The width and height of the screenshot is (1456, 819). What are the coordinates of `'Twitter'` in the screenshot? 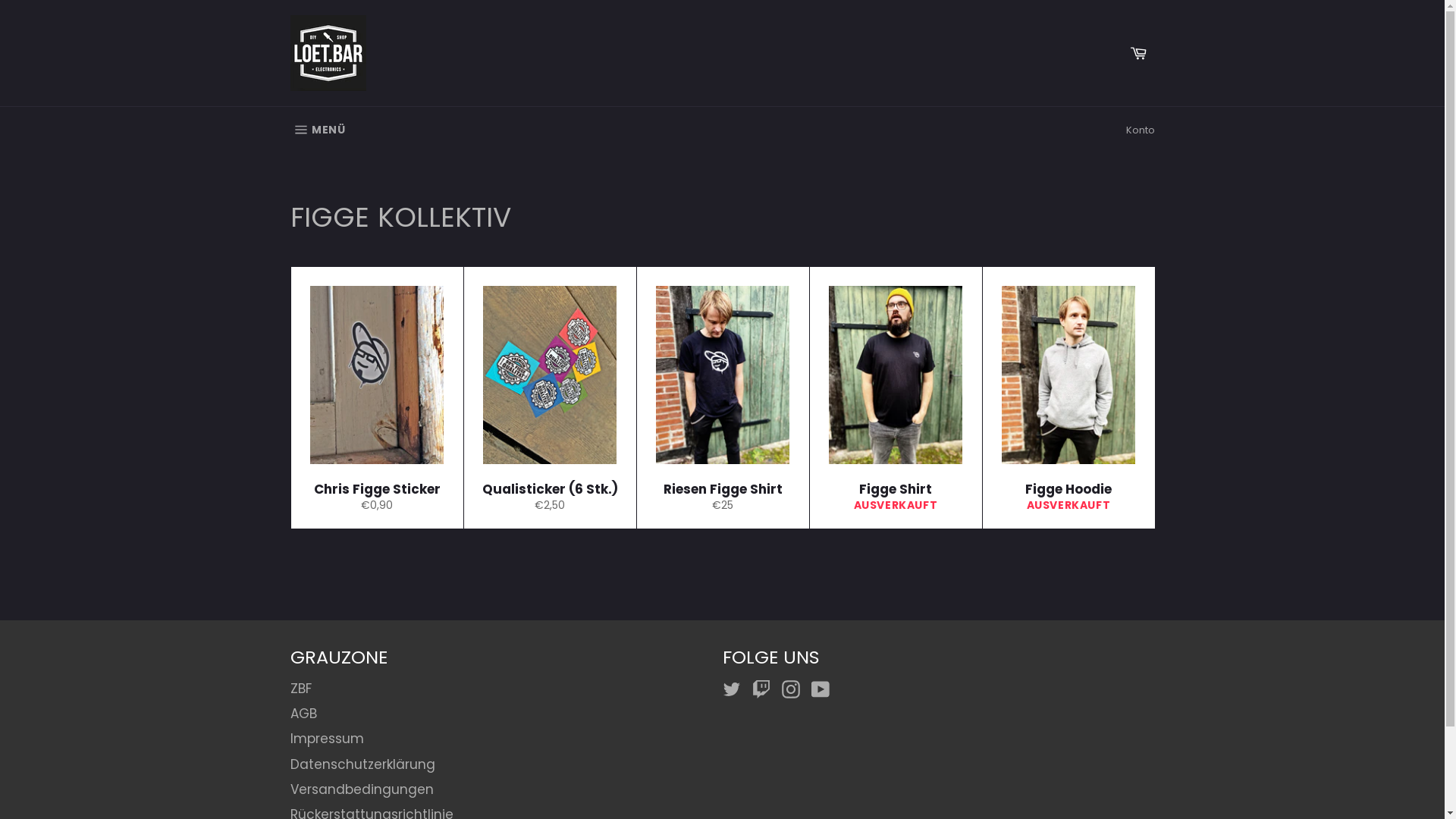 It's located at (735, 689).